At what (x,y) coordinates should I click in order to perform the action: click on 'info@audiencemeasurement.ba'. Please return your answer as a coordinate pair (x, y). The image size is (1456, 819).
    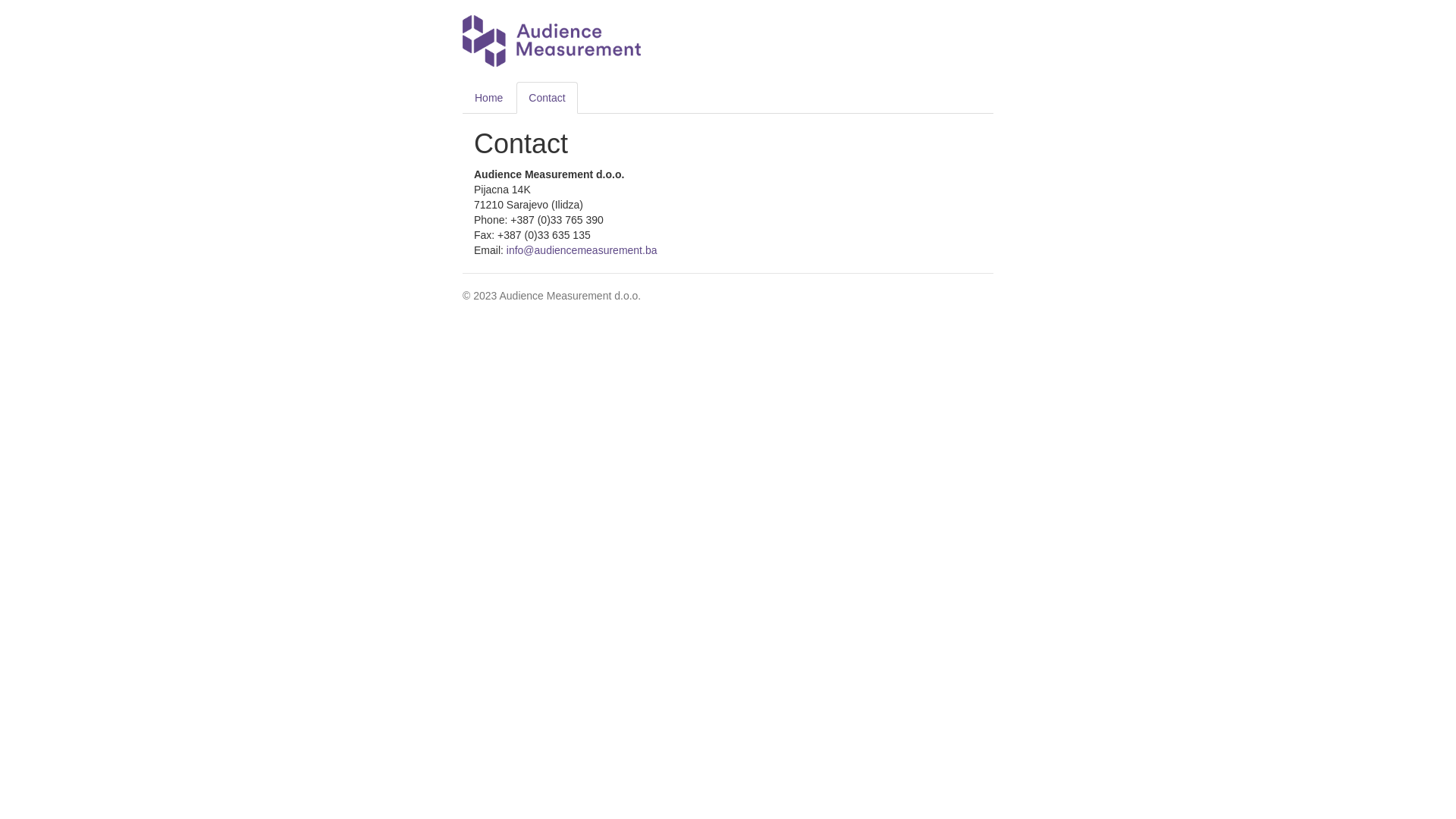
    Looking at the image, I should click on (581, 249).